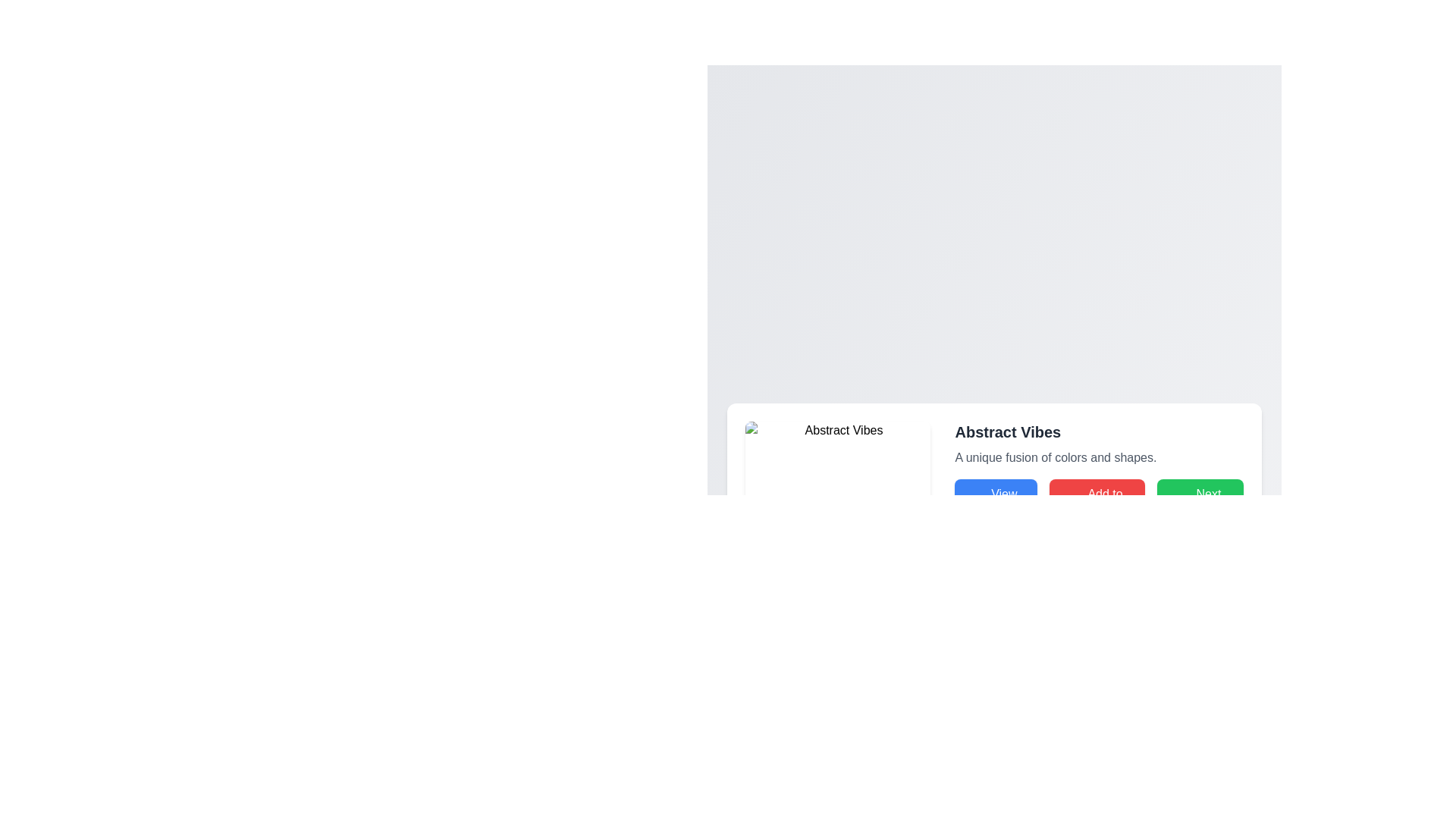  Describe the element at coordinates (994, 473) in the screenshot. I see `the 'View Details' button within the card titled 'Abstract Vibes'` at that location.